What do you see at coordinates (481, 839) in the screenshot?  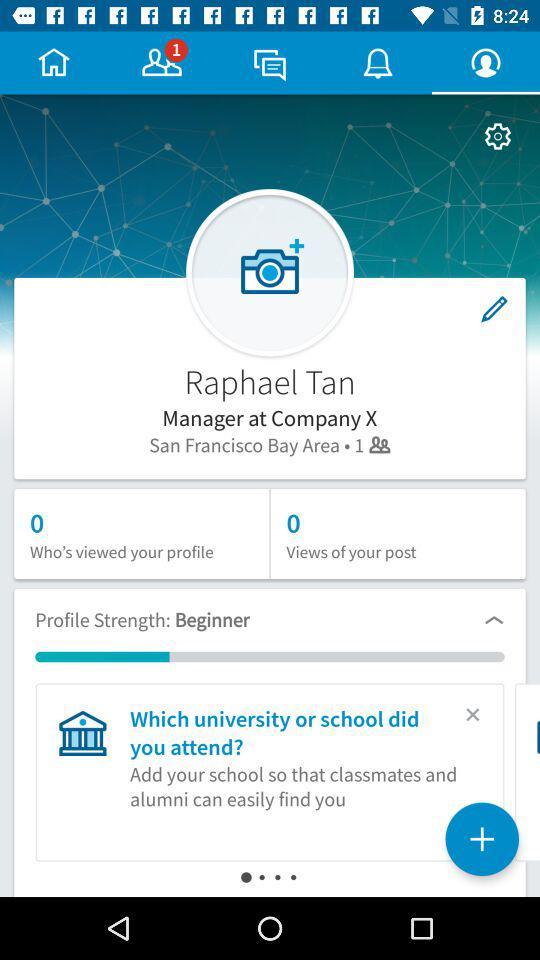 I see `the add icon` at bounding box center [481, 839].